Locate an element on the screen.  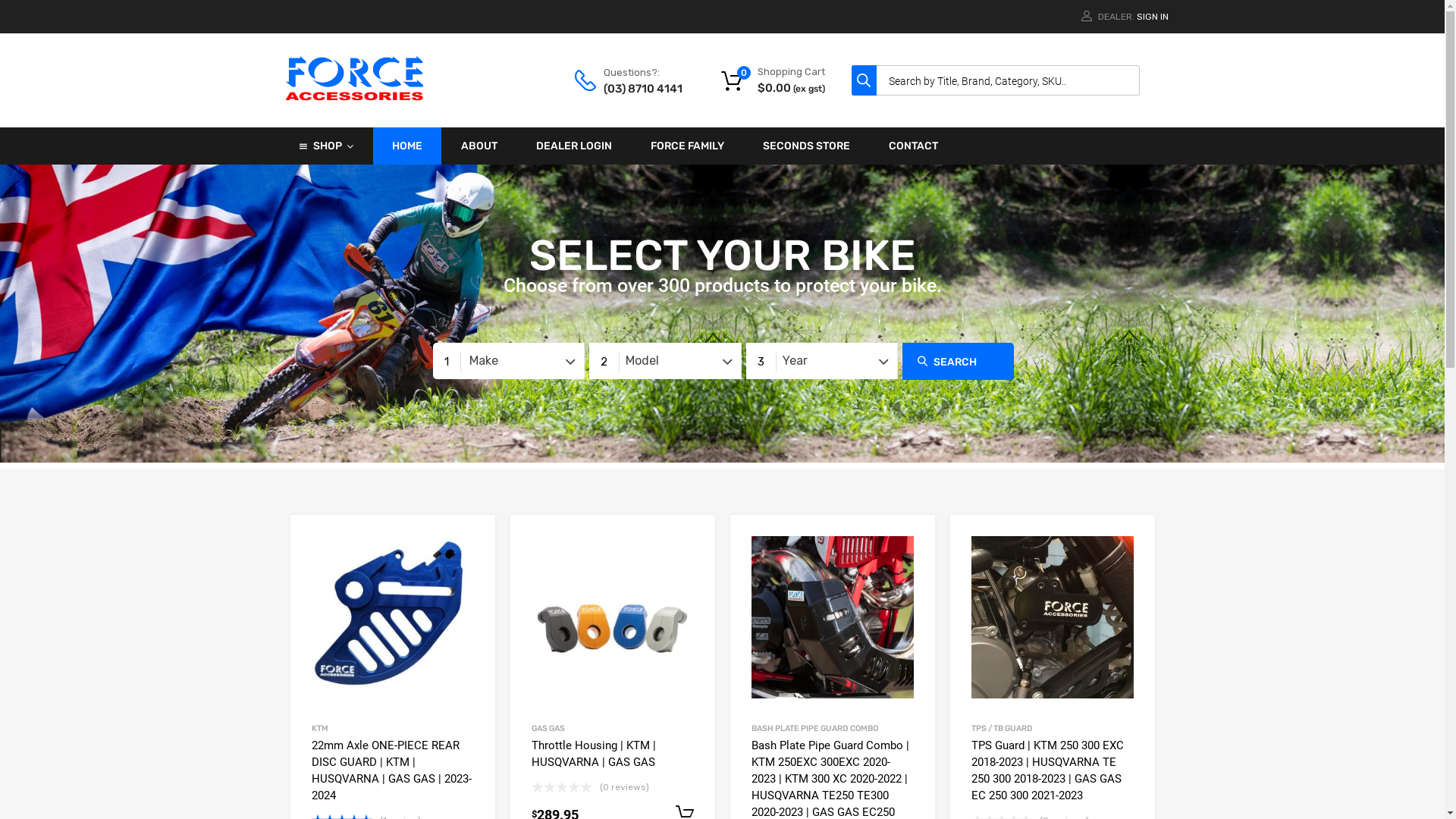
'Year' is located at coordinates (745, 360).